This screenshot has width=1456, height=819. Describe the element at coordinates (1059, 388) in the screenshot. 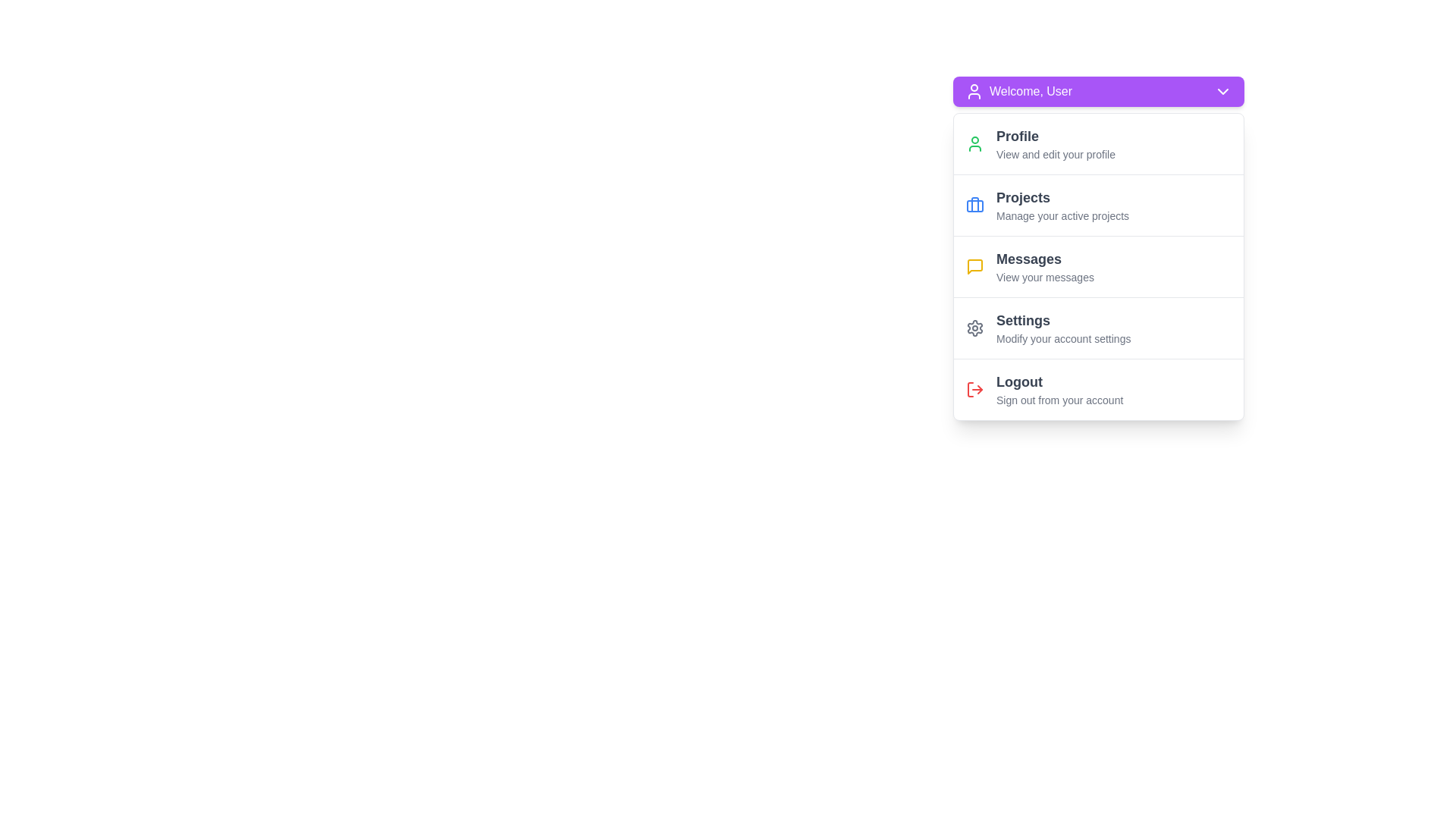

I see `the 'Logout' list item in the dropdown menu` at that location.